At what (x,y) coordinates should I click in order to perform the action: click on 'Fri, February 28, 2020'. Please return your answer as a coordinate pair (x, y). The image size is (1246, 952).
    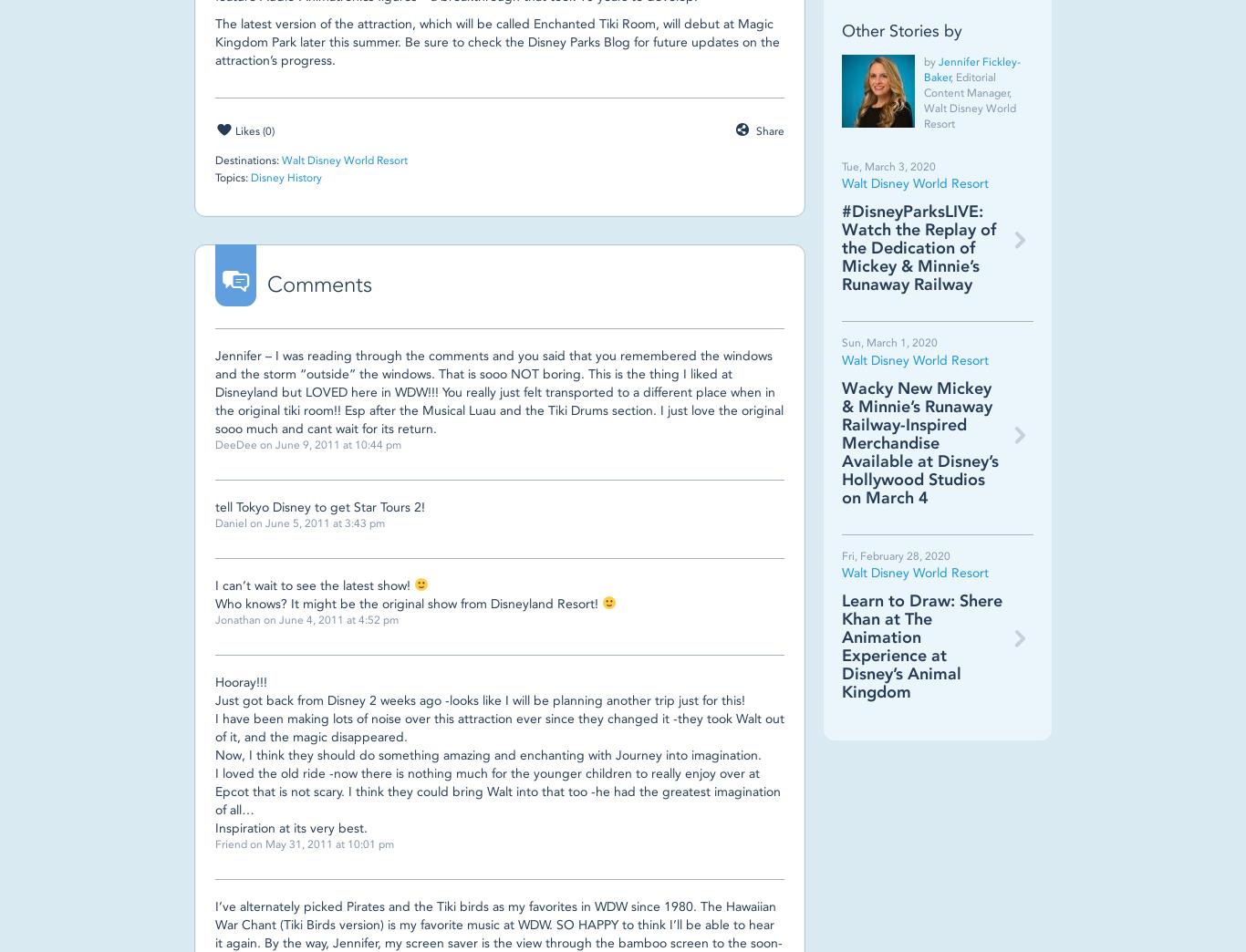
    Looking at the image, I should click on (896, 554).